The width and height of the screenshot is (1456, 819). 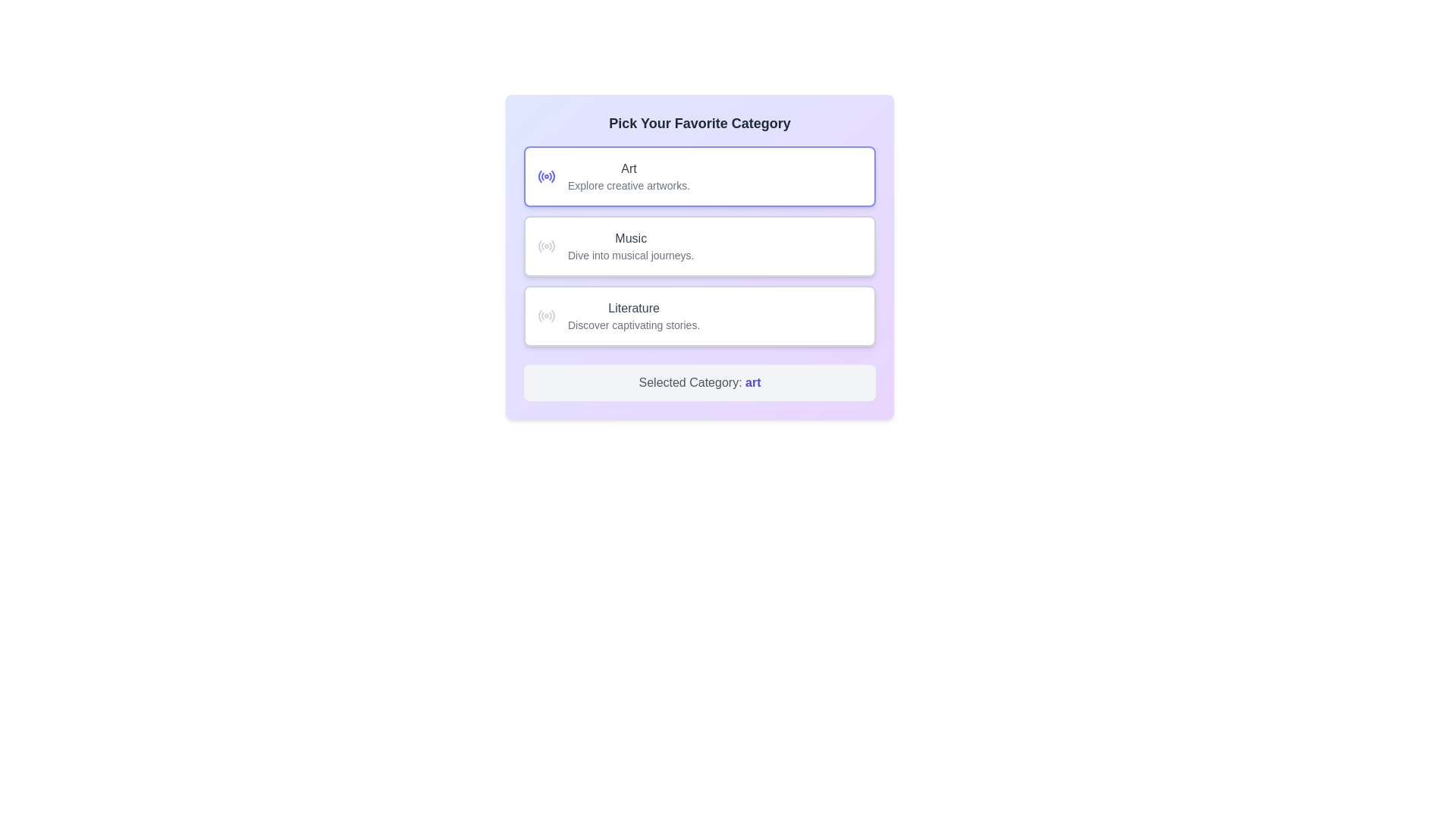 I want to click on the circular radio button icon with a central filled dot and concentric lines, located to the left of the 'Literature' text, so click(x=546, y=315).